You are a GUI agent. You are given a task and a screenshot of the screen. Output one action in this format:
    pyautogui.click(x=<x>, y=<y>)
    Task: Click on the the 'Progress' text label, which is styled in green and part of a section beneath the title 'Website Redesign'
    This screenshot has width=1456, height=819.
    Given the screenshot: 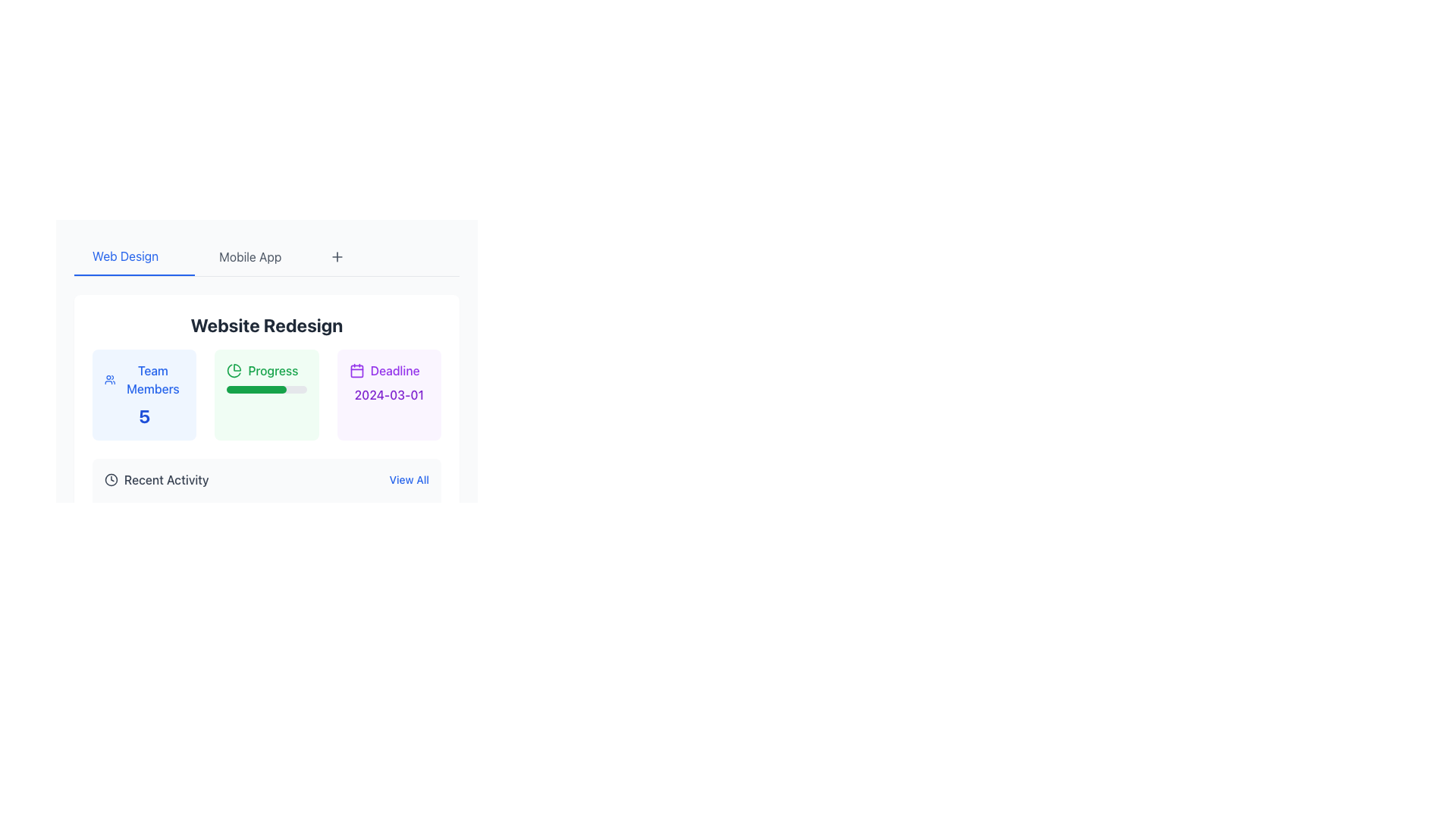 What is the action you would take?
    pyautogui.click(x=273, y=371)
    